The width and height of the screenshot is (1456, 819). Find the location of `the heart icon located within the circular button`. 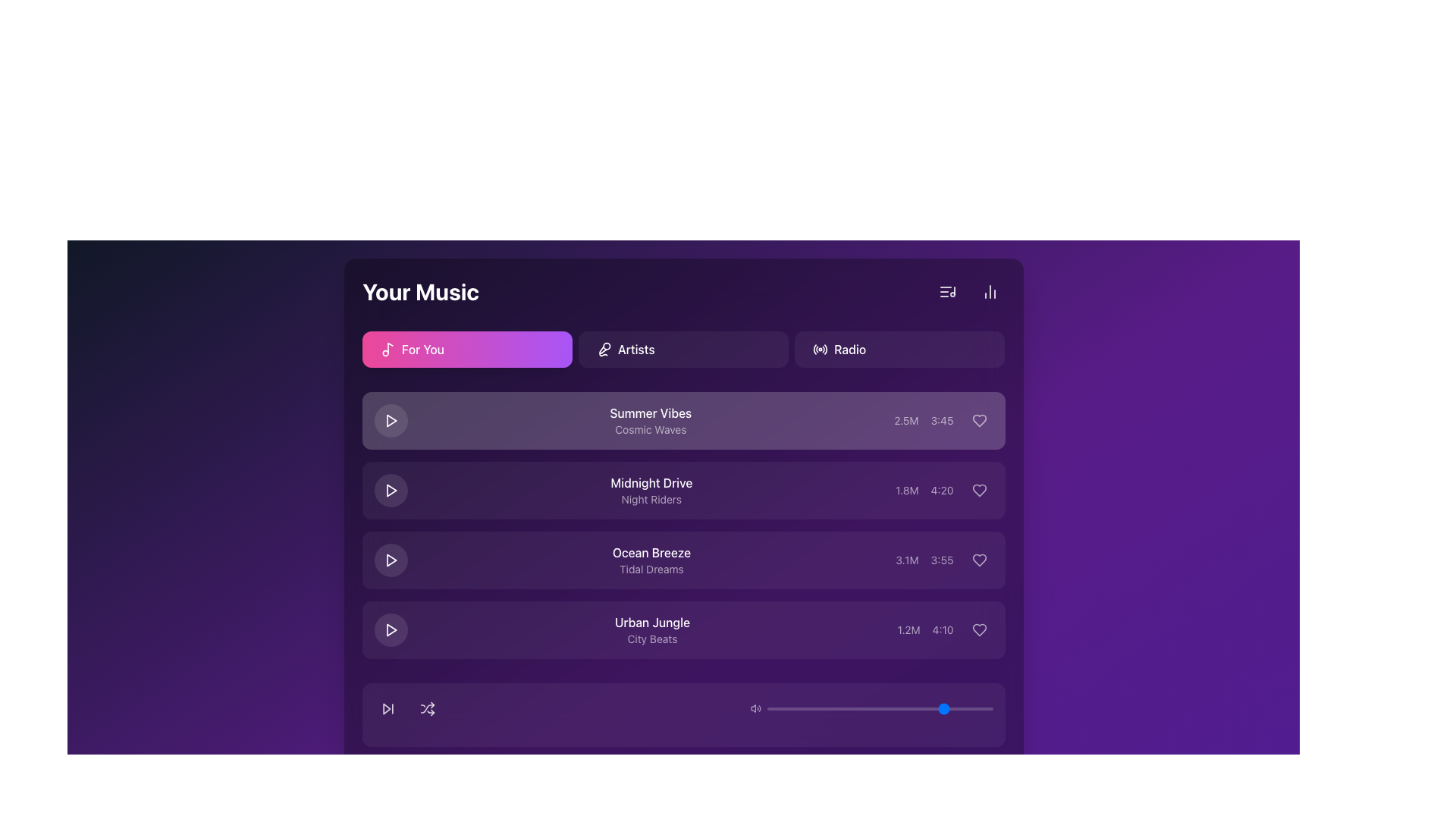

the heart icon located within the circular button is located at coordinates (979, 421).